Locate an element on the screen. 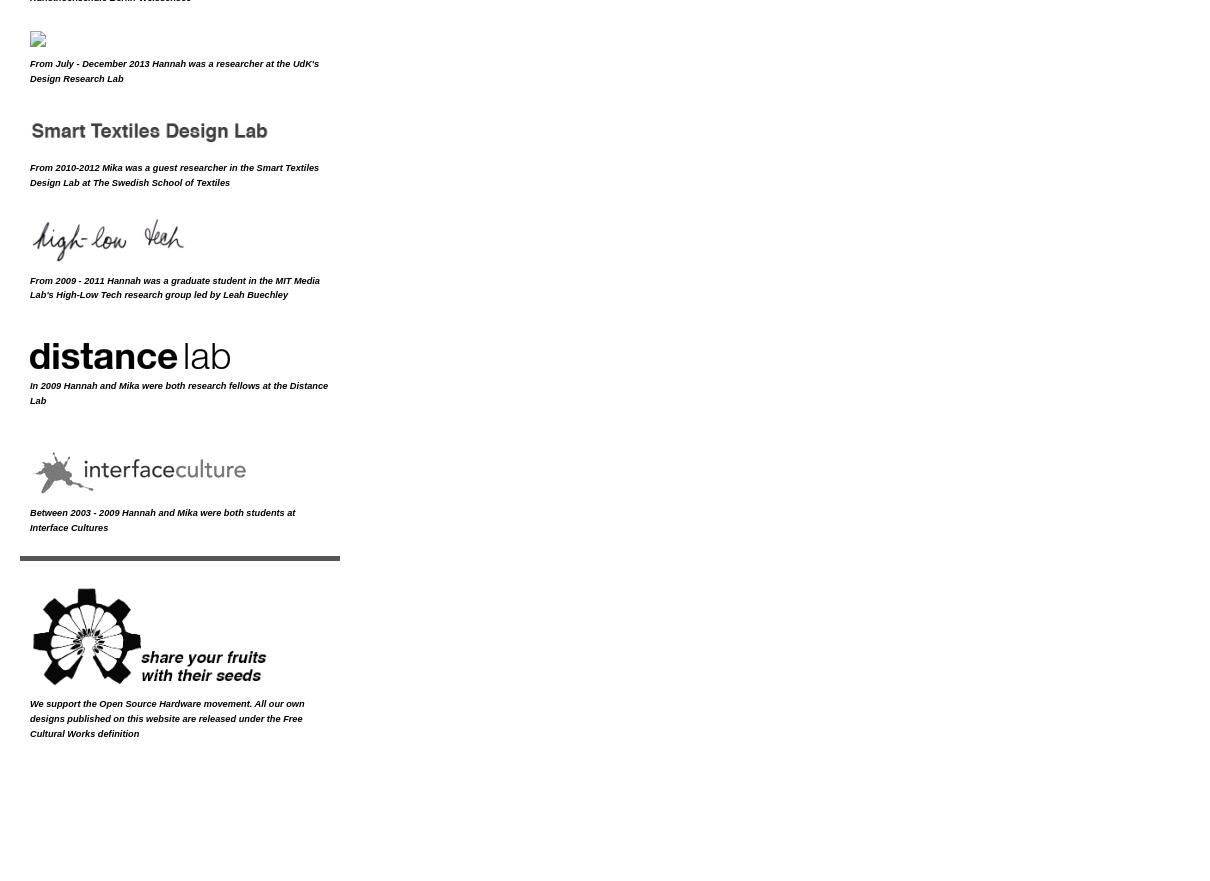 The width and height of the screenshot is (1210, 881). 'High-Low Tech' is located at coordinates (55, 293).